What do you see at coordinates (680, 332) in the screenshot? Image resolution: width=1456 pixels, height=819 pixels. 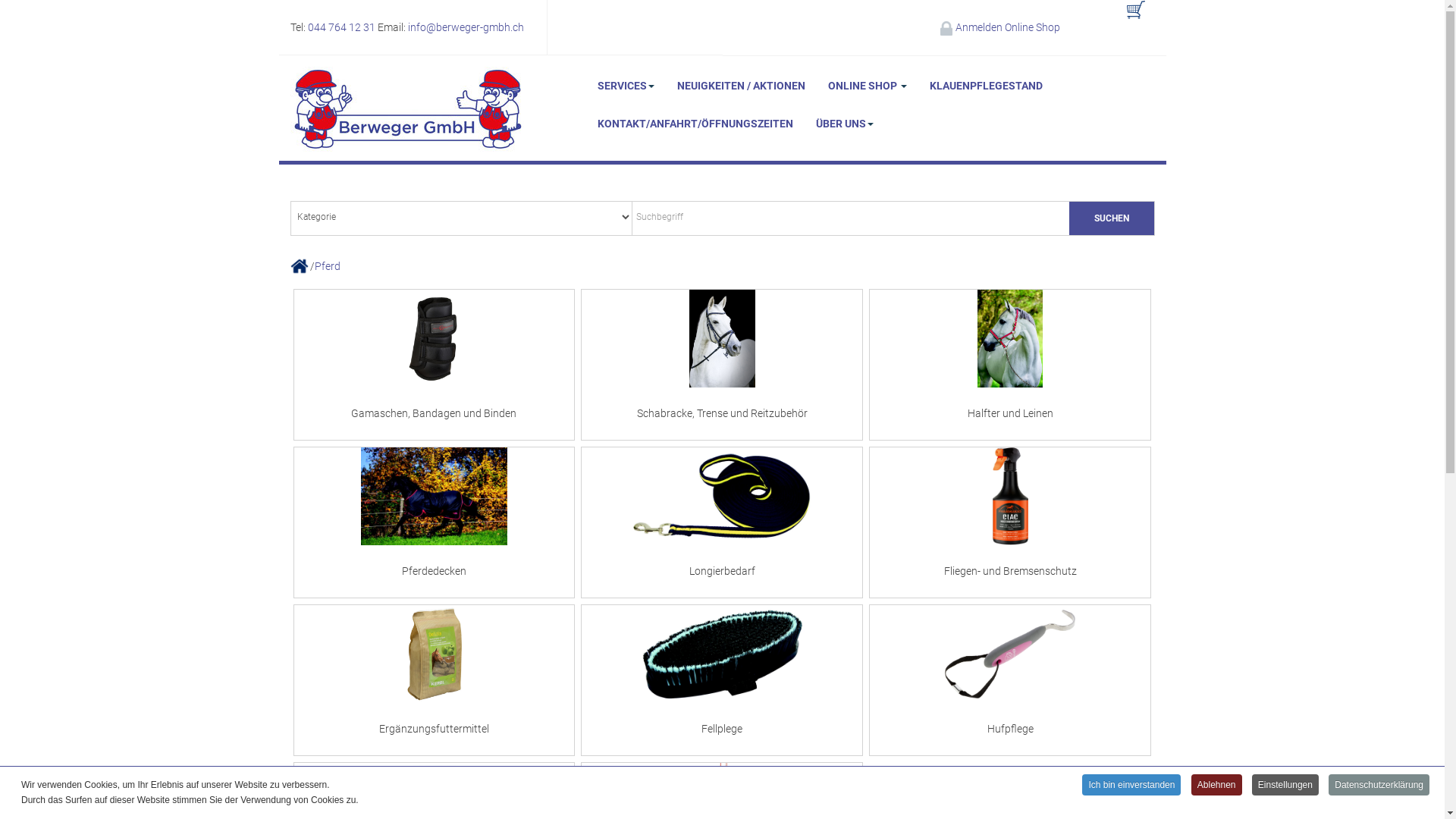 I see `'1'` at bounding box center [680, 332].